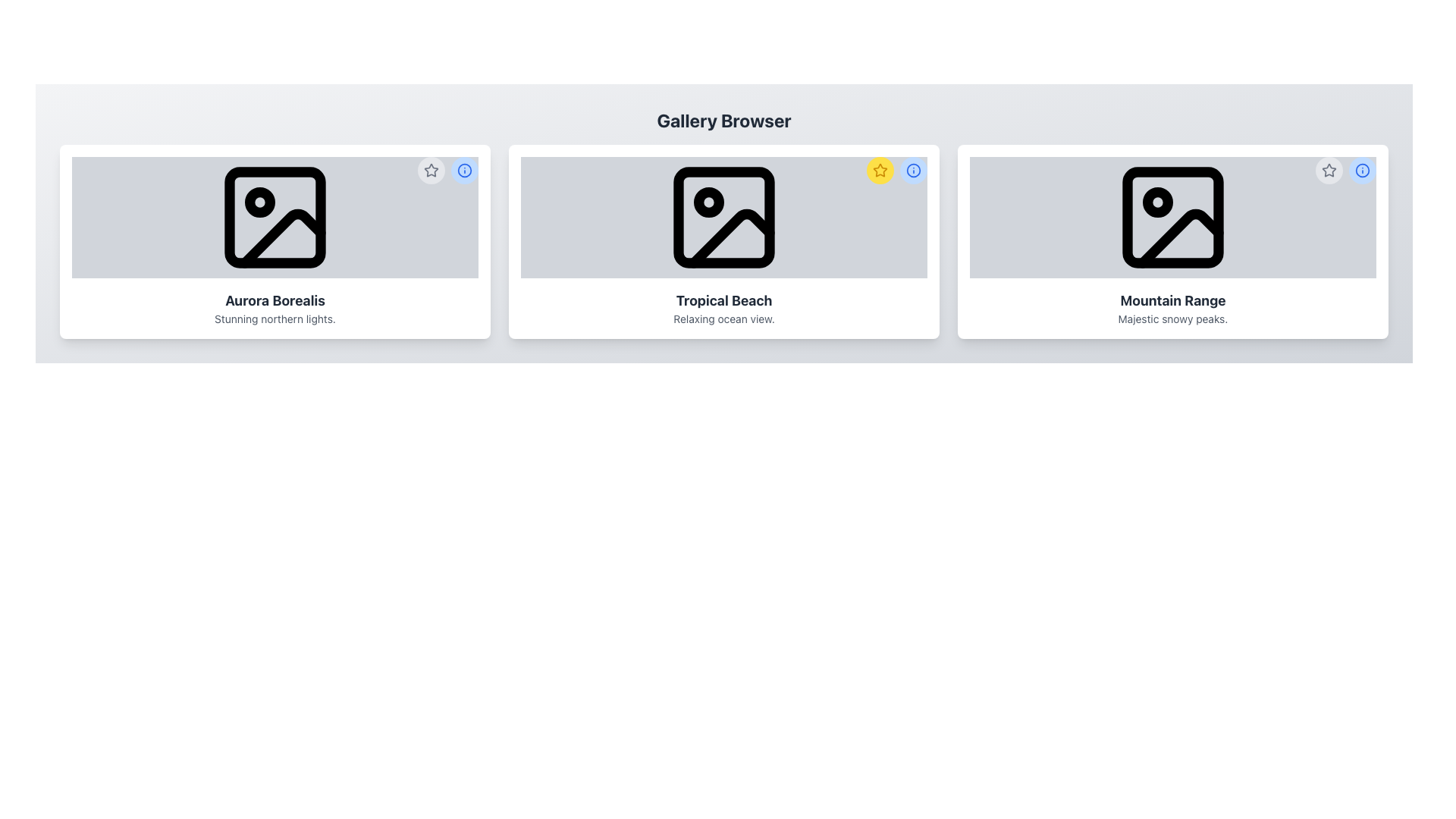 Image resolution: width=1456 pixels, height=819 pixels. I want to click on the circular blue info icon located at the top right corner of the 'Tropical Beach' card, so click(912, 170).